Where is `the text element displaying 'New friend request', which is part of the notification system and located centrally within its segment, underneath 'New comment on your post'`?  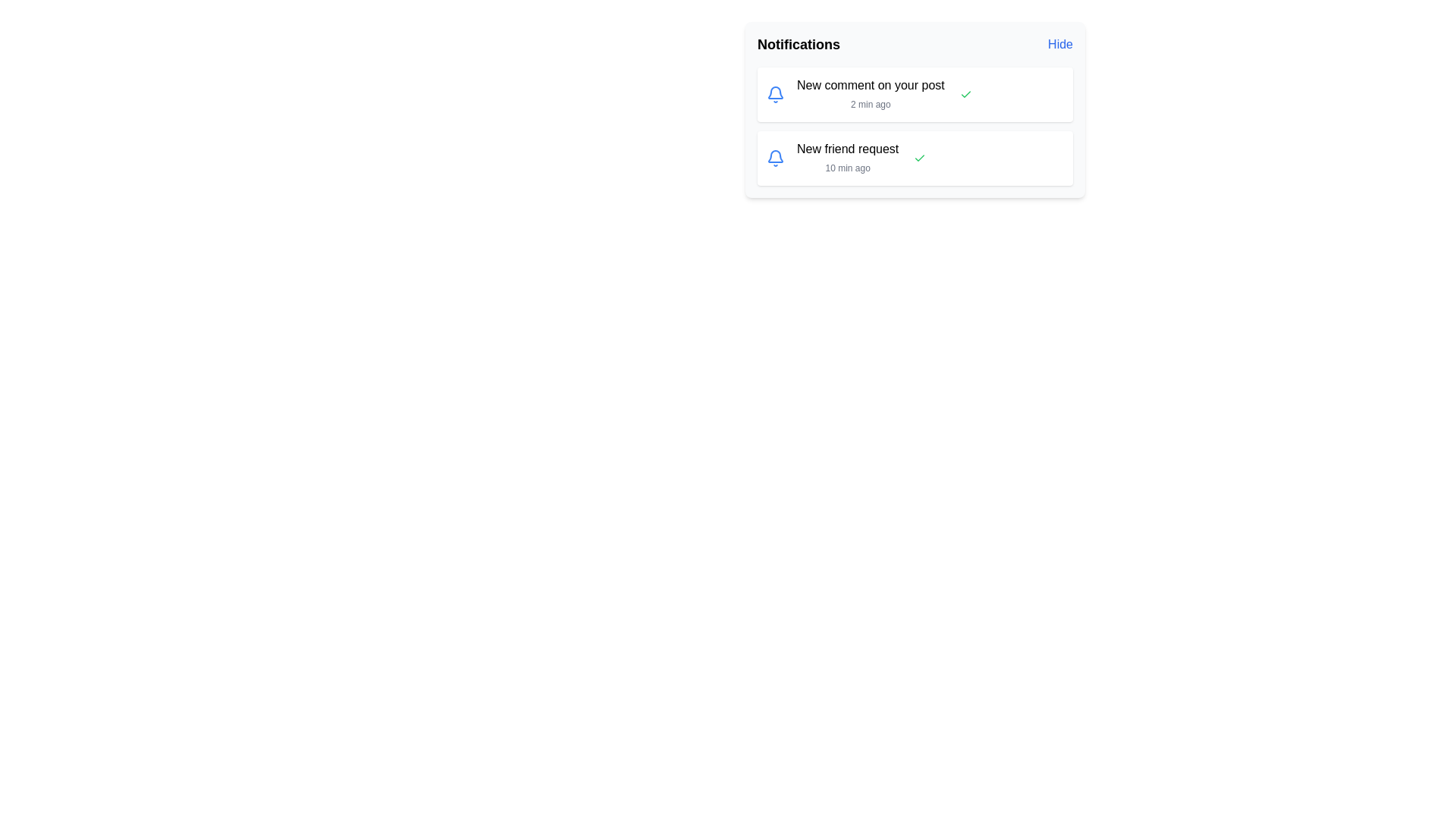
the text element displaying 'New friend request', which is part of the notification system and located centrally within its segment, underneath 'New comment on your post' is located at coordinates (847, 149).